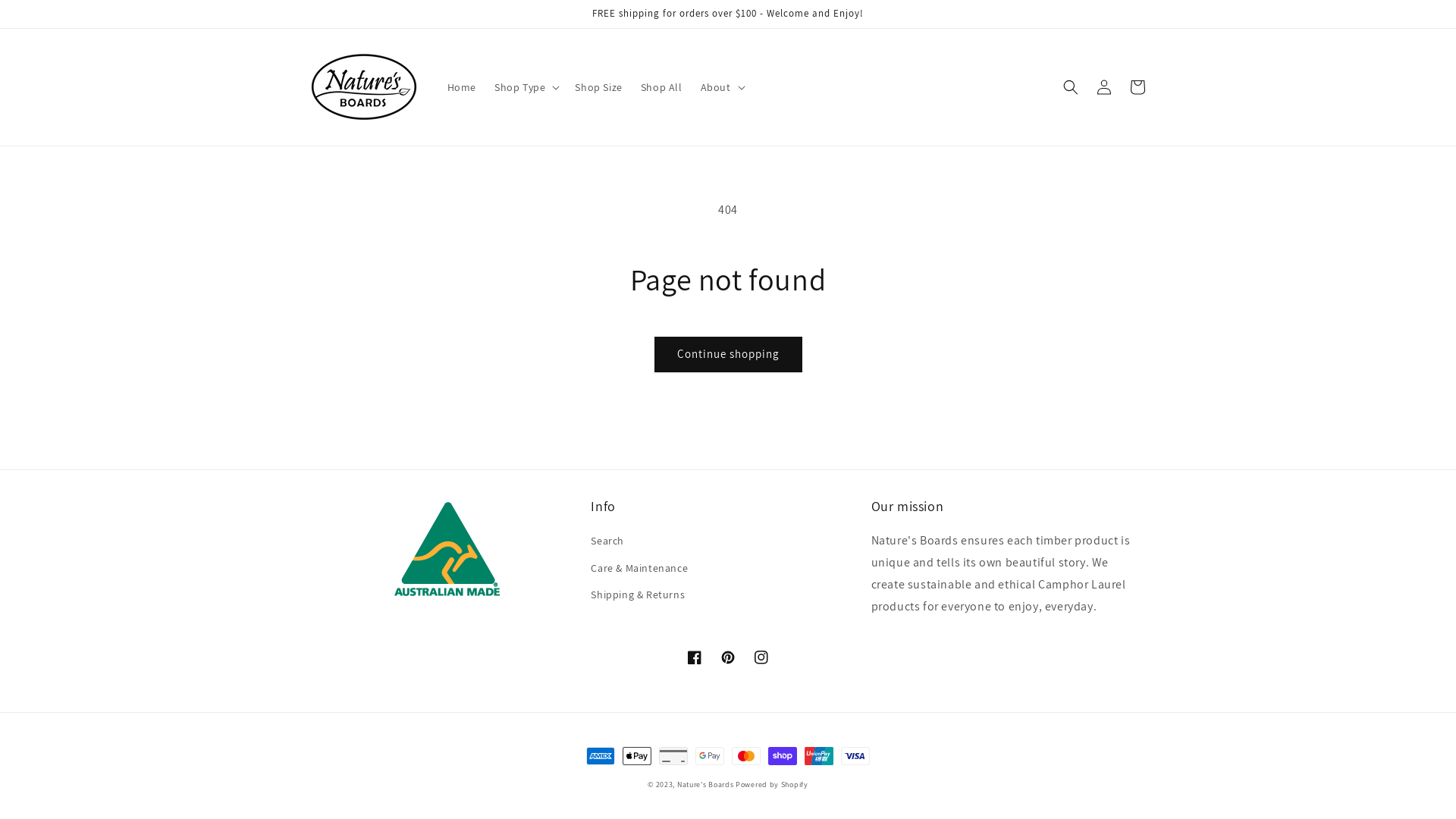 Image resolution: width=1456 pixels, height=819 pixels. Describe the element at coordinates (728, 657) in the screenshot. I see `'Pinterest'` at that location.